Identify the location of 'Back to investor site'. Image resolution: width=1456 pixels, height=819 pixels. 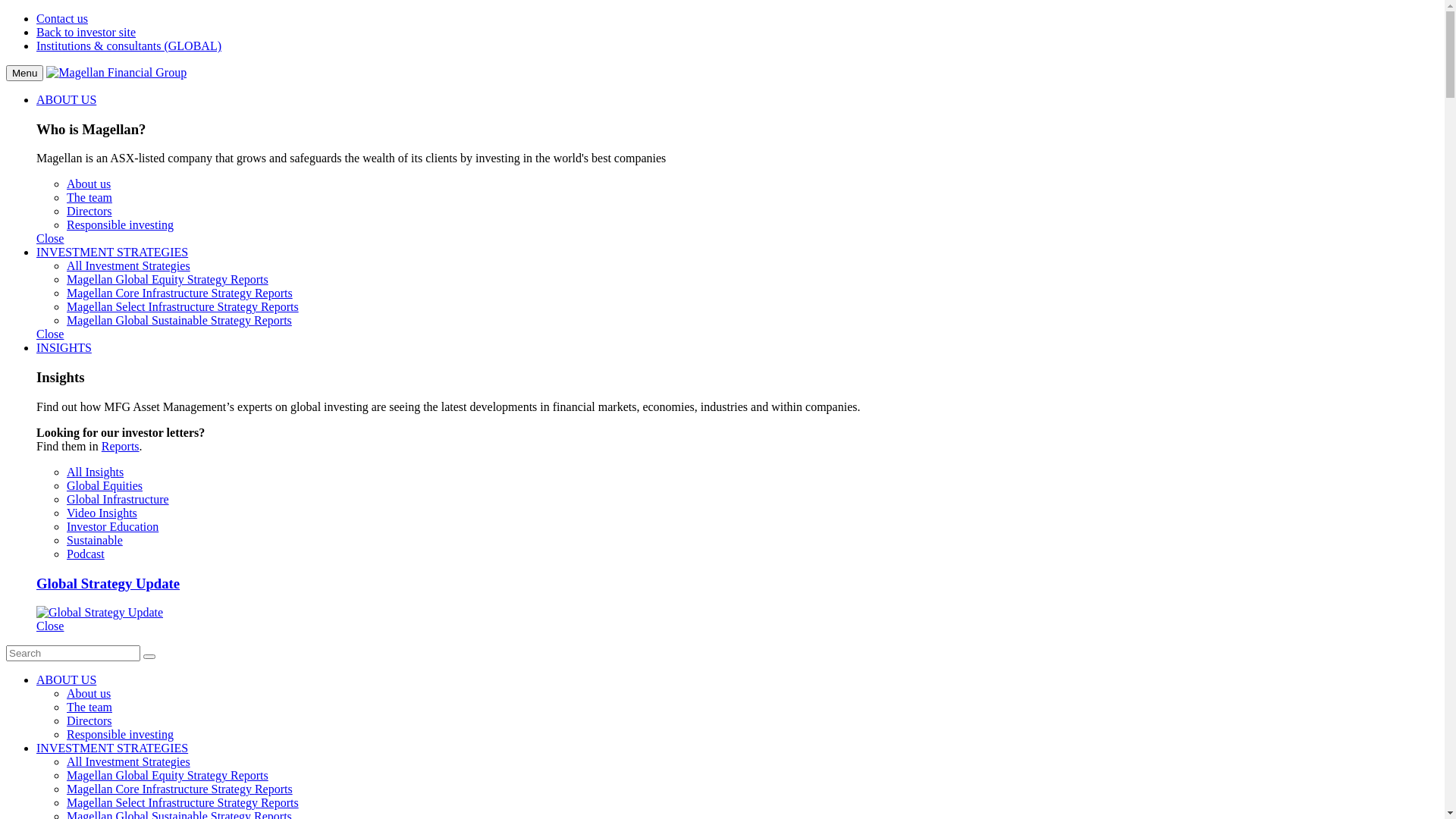
(85, 32).